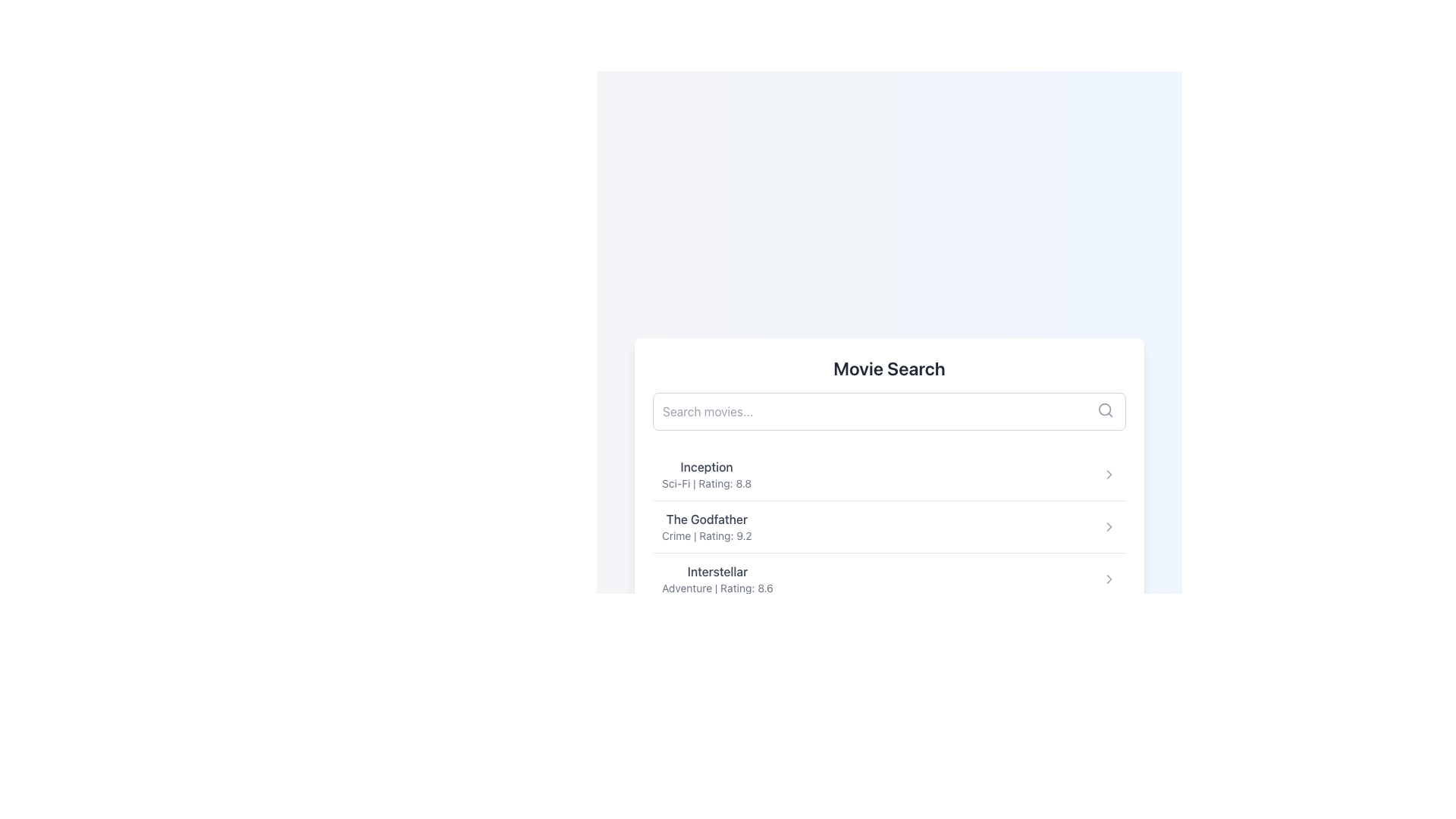 This screenshot has width=1456, height=819. I want to click on to select the movie entry titled 'Inception' with a rating of 8.8 from the selectable list, so click(889, 473).